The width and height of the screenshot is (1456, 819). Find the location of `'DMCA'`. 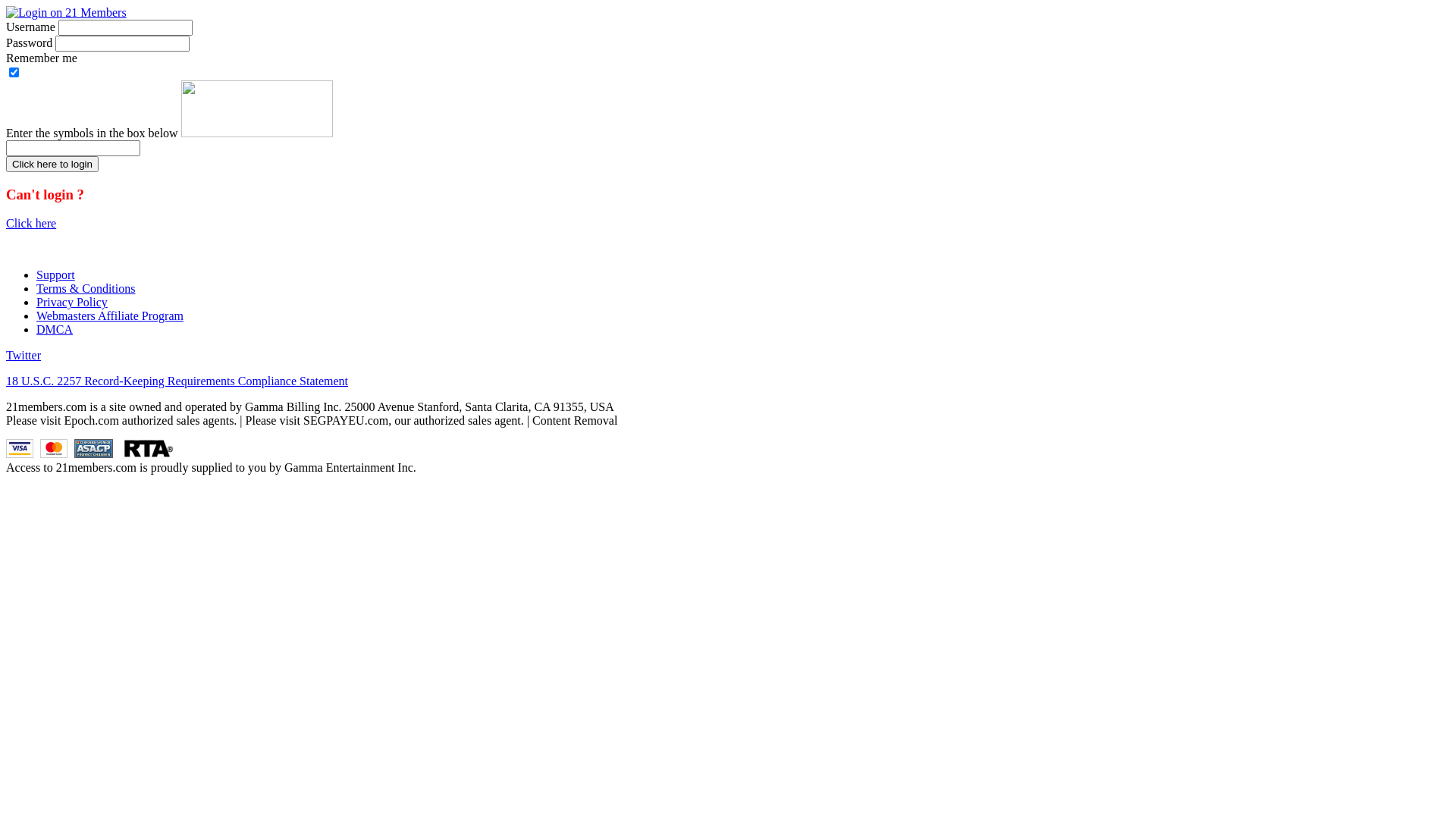

'DMCA' is located at coordinates (55, 328).